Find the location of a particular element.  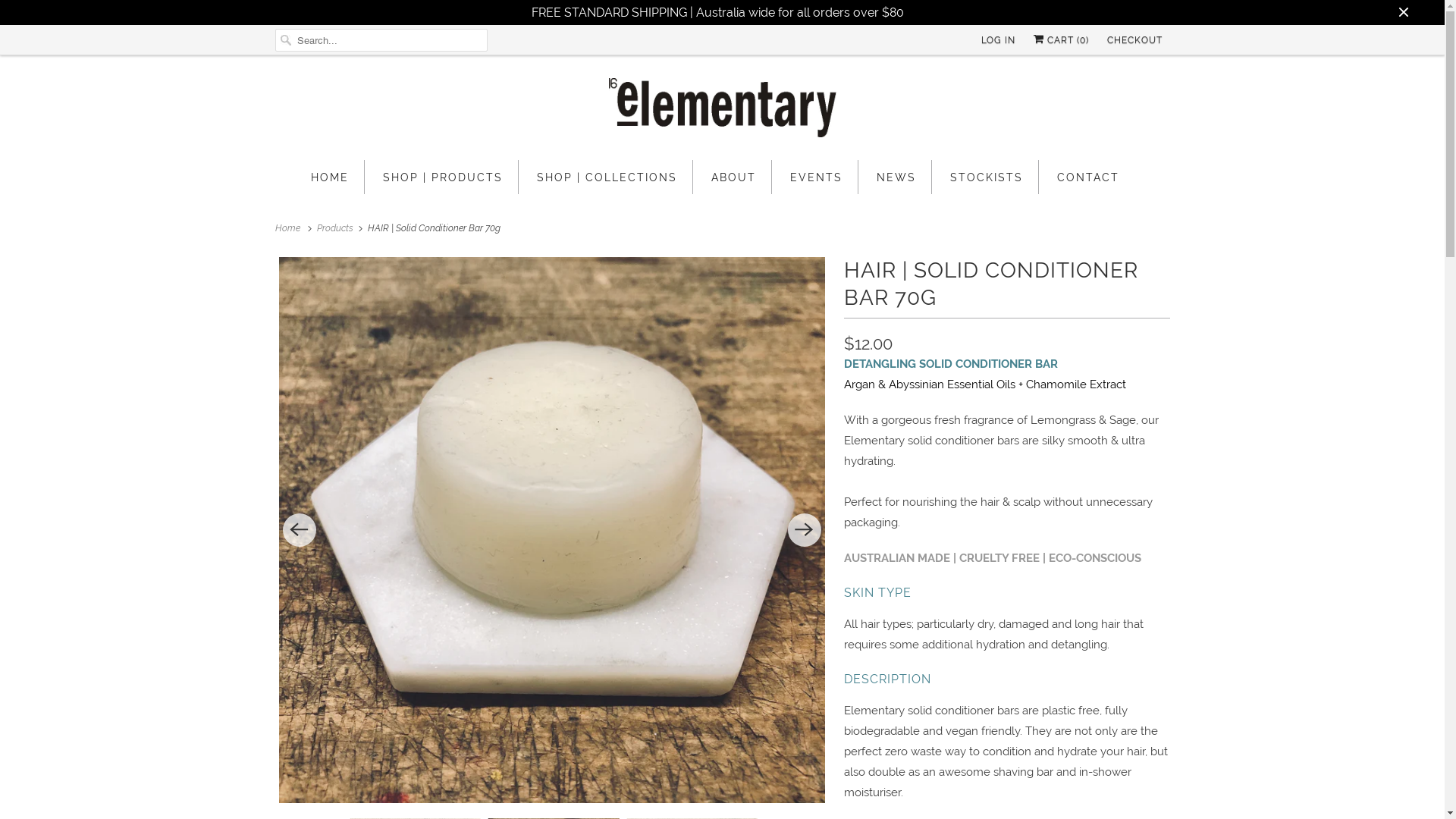

'ABOUT' is located at coordinates (733, 176).